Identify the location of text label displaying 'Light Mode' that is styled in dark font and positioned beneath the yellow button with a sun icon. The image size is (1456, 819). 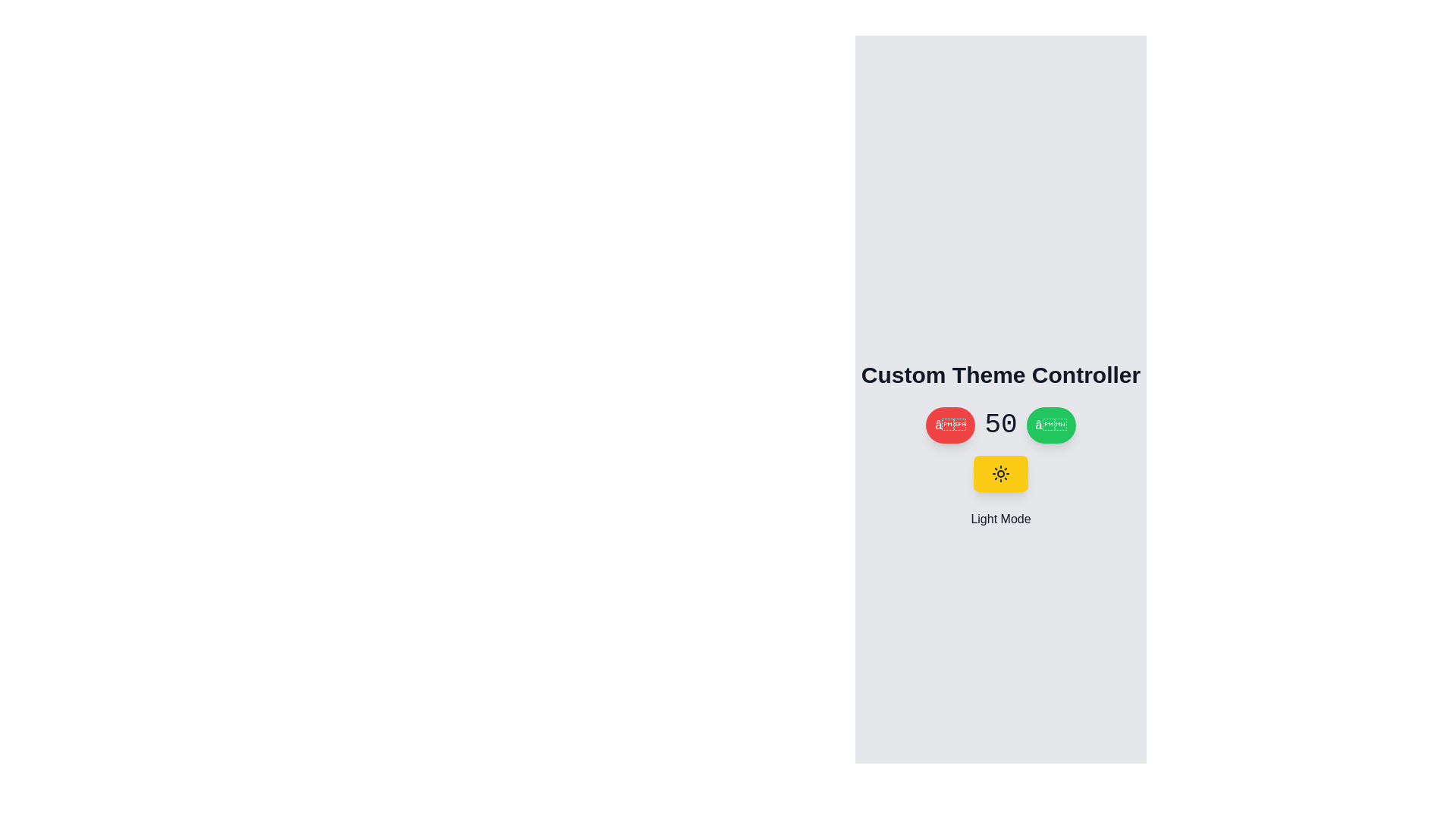
(1001, 519).